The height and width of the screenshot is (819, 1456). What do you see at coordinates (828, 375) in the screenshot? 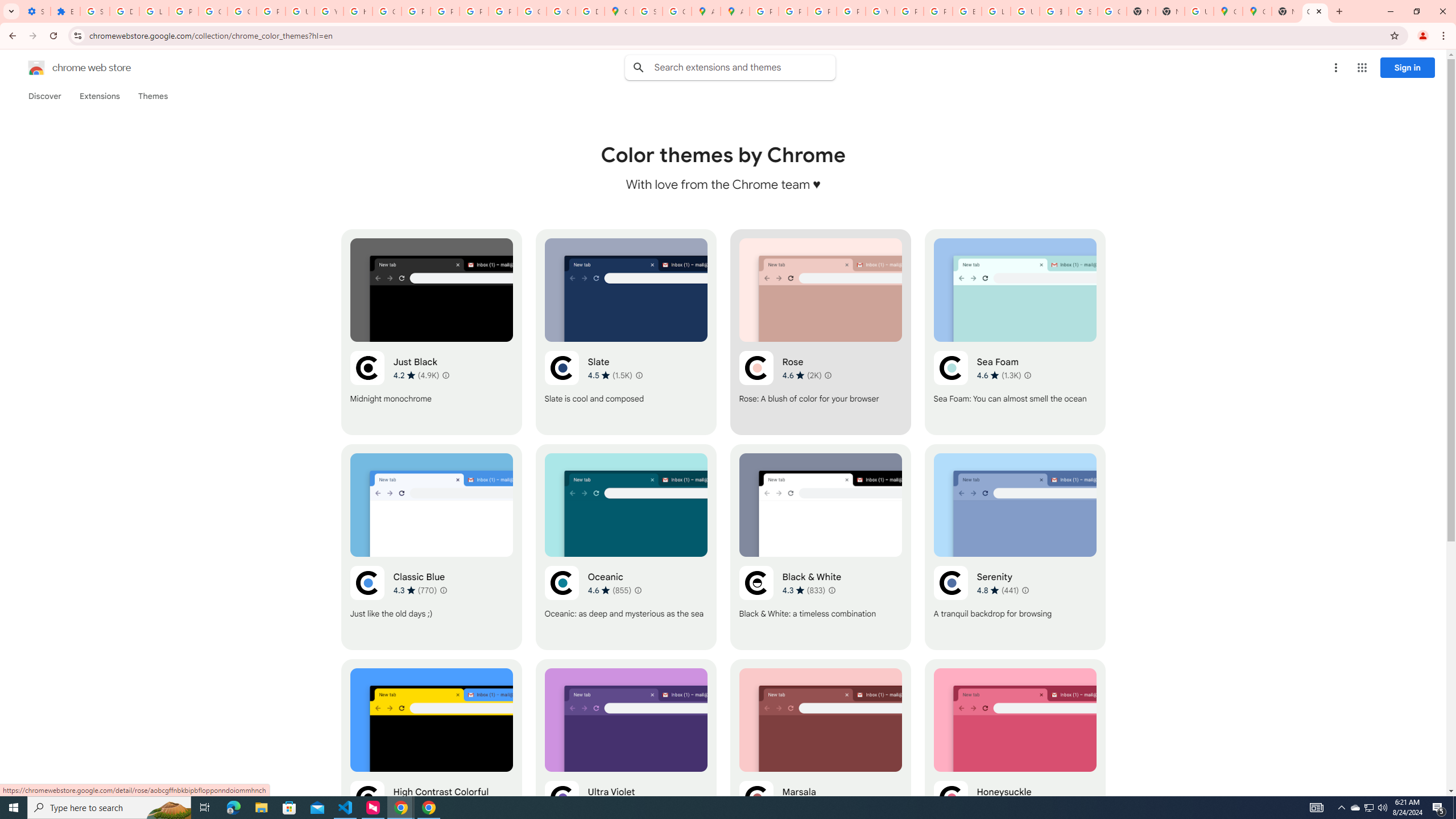
I see `'Learn more about results and reviews "Rose"'` at bounding box center [828, 375].